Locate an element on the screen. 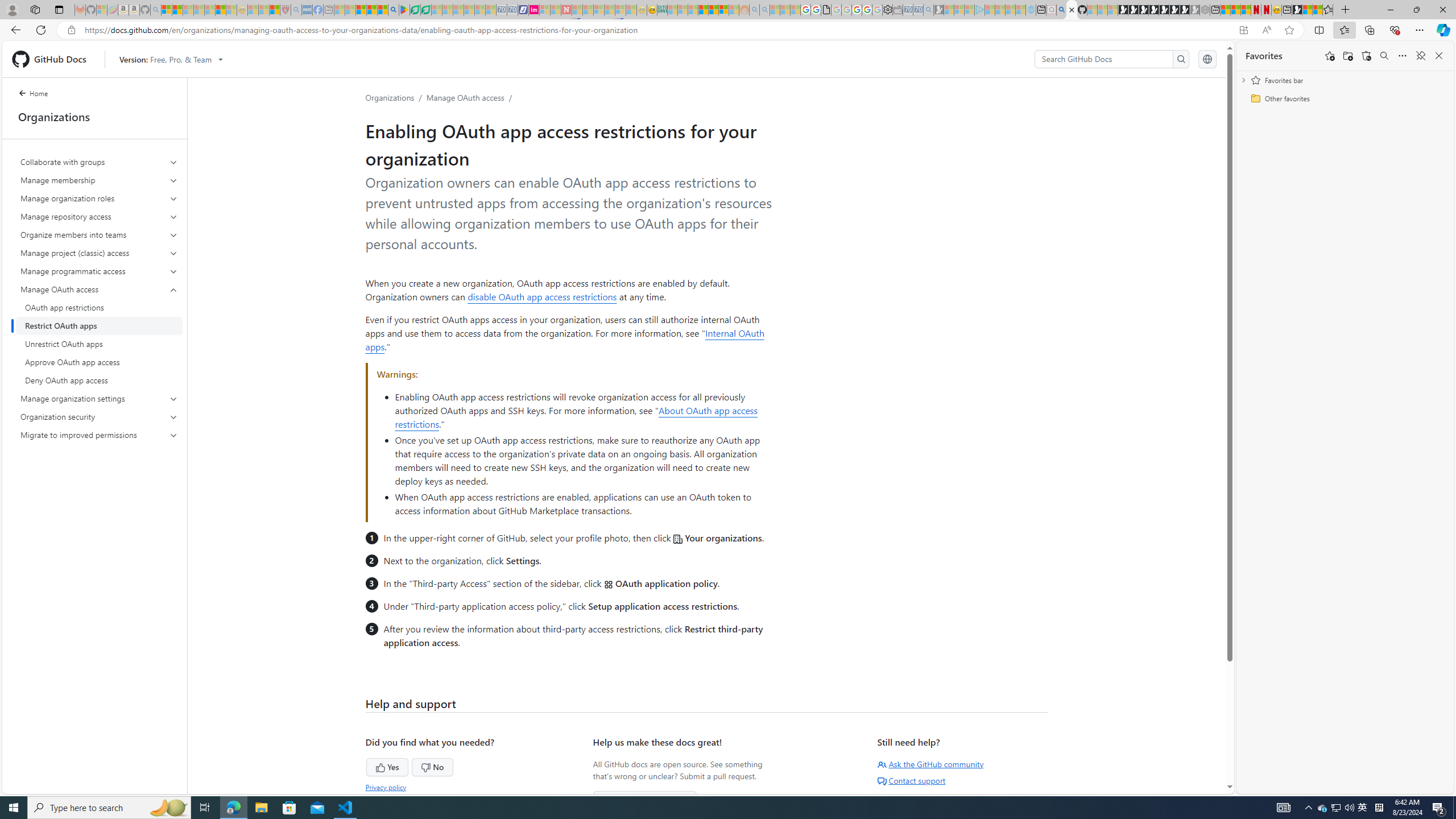  'Select language: current language is English' is located at coordinates (1207, 59).